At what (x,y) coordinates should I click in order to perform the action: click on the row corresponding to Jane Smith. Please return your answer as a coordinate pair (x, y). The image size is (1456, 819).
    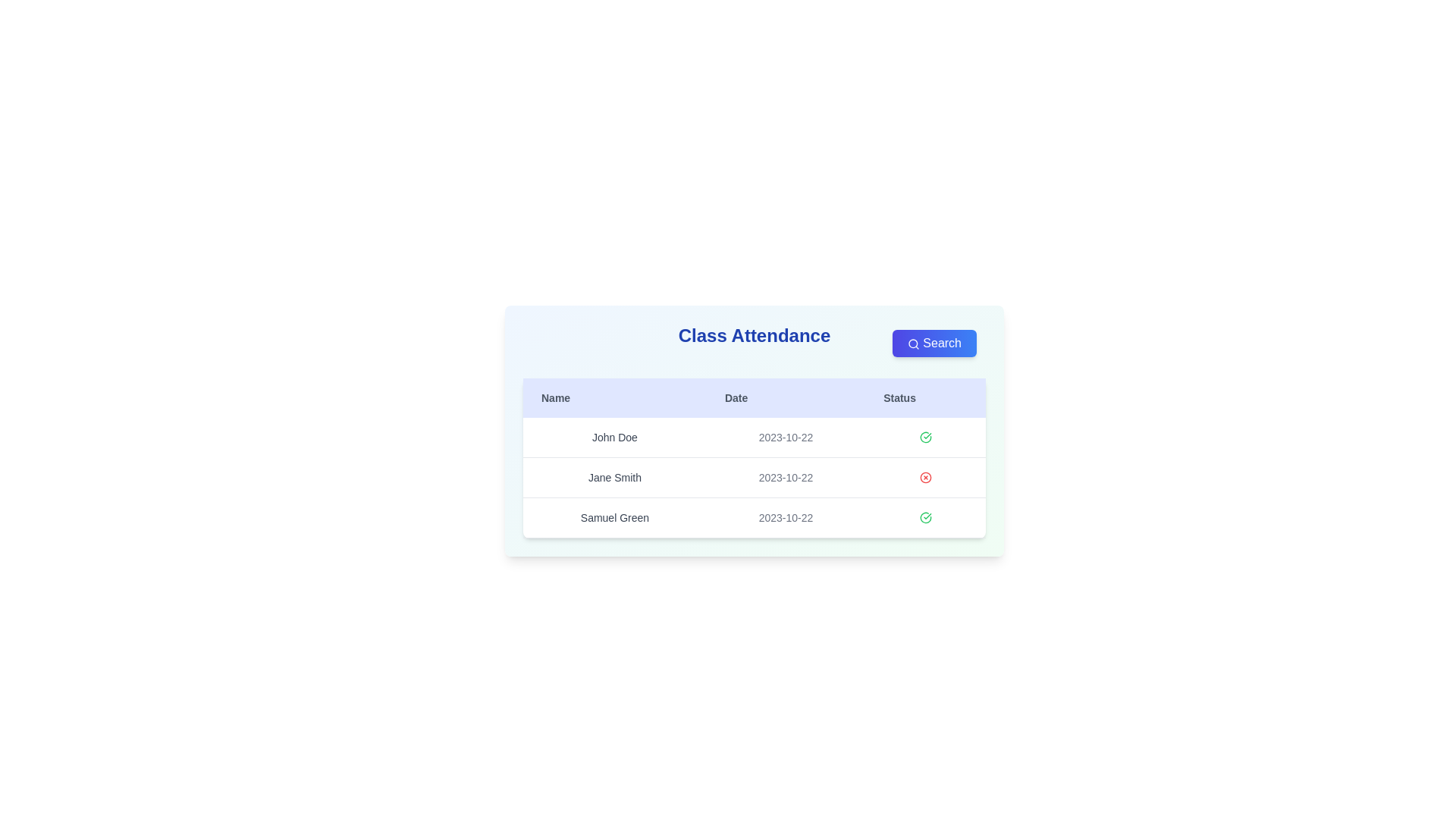
    Looking at the image, I should click on (754, 476).